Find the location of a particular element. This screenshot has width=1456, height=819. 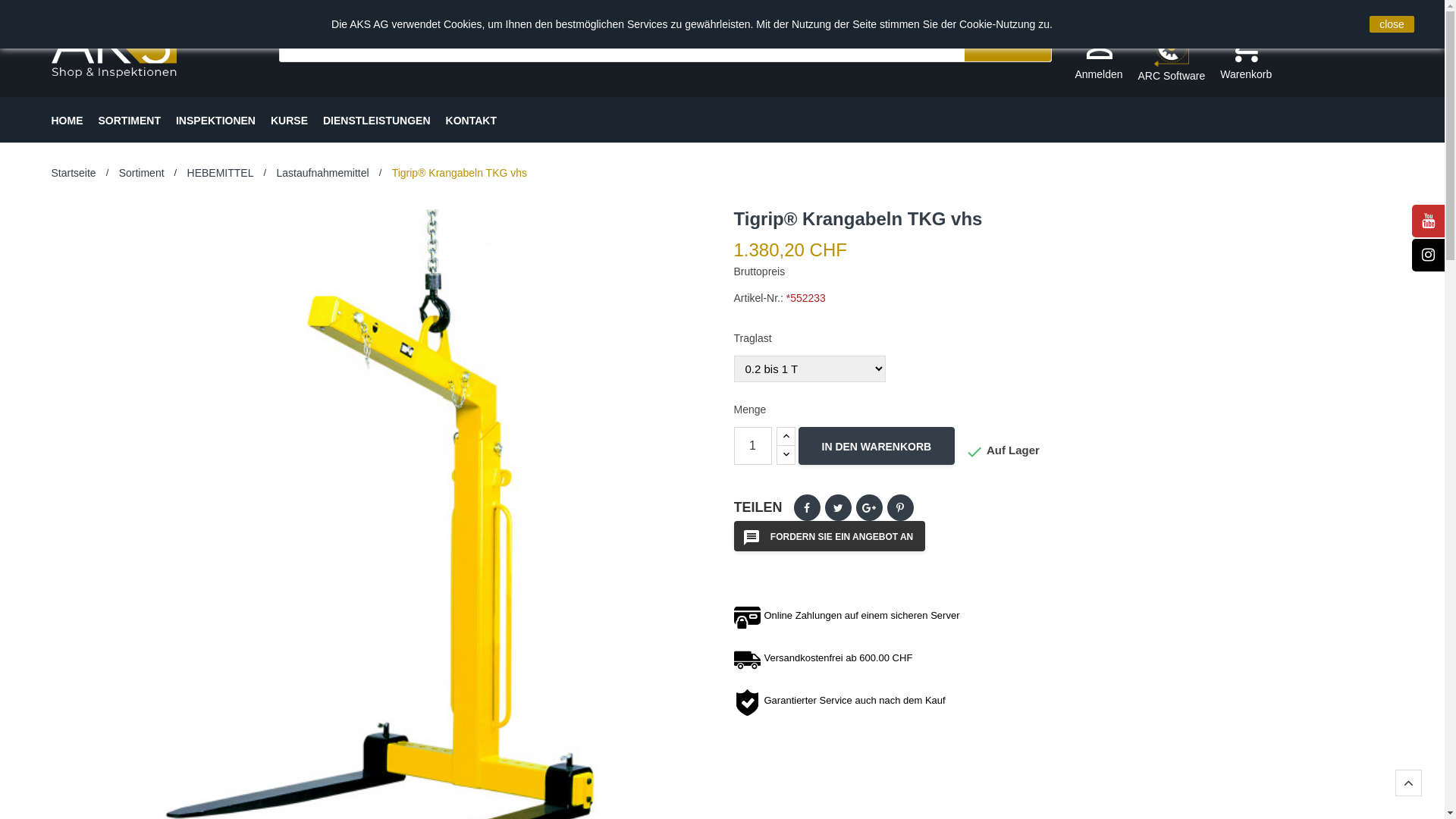

'message FORDERN SIE EIN ANGEBOT AN' is located at coordinates (829, 535).